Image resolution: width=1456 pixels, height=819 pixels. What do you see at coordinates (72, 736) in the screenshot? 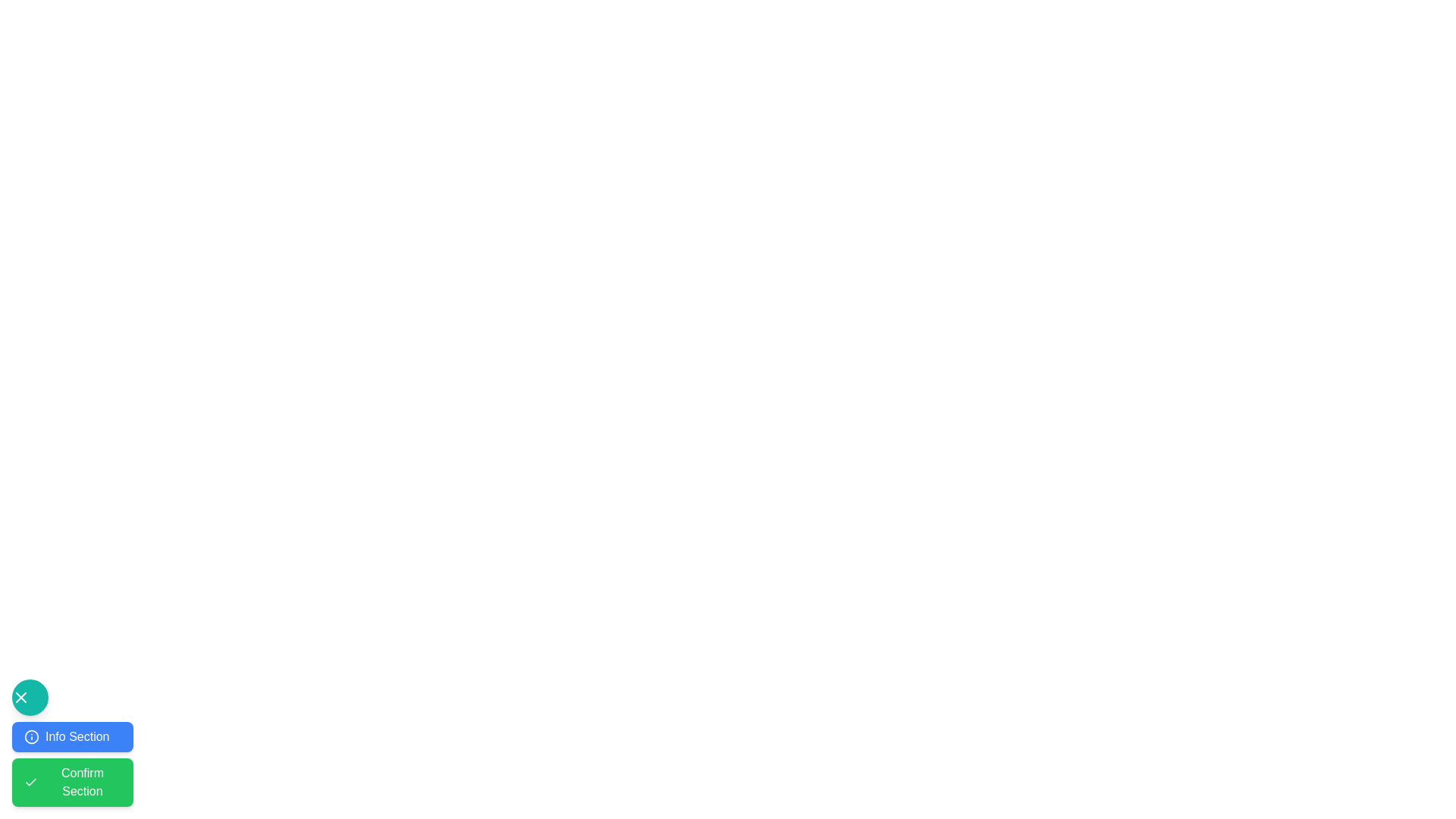
I see `the blue button labeled 'Info Section' with a circular information icon to its left, located in the left-middle area of the interface` at bounding box center [72, 736].